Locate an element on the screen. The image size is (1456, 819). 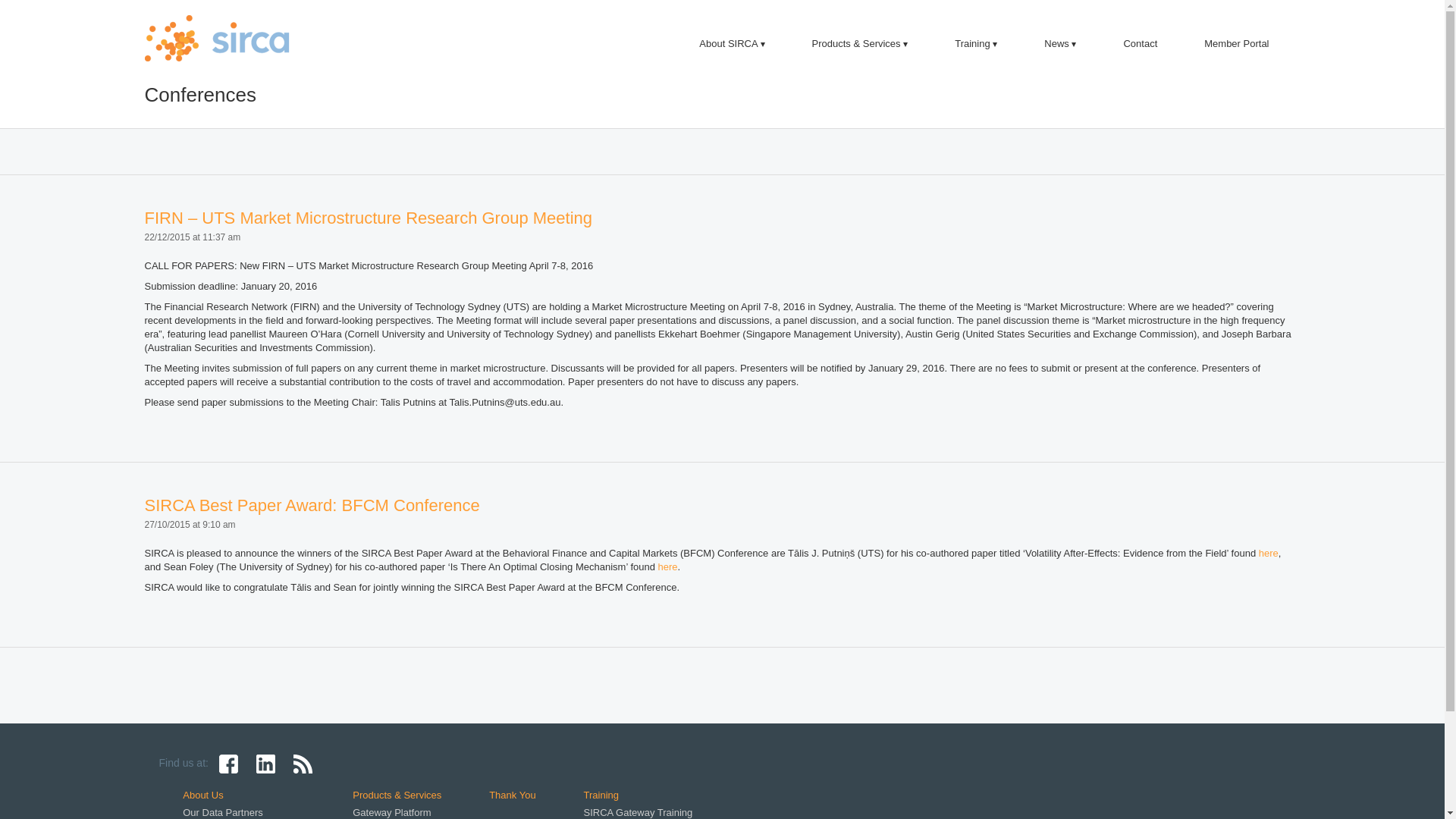
'News' is located at coordinates (1059, 42).